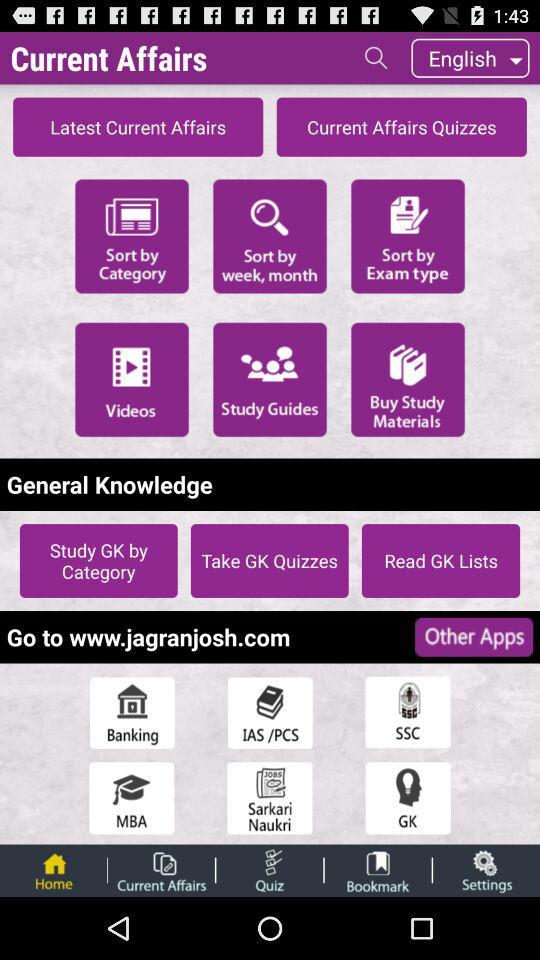  What do you see at coordinates (441, 560) in the screenshot?
I see `the item to the right of the take gk quizzes button` at bounding box center [441, 560].